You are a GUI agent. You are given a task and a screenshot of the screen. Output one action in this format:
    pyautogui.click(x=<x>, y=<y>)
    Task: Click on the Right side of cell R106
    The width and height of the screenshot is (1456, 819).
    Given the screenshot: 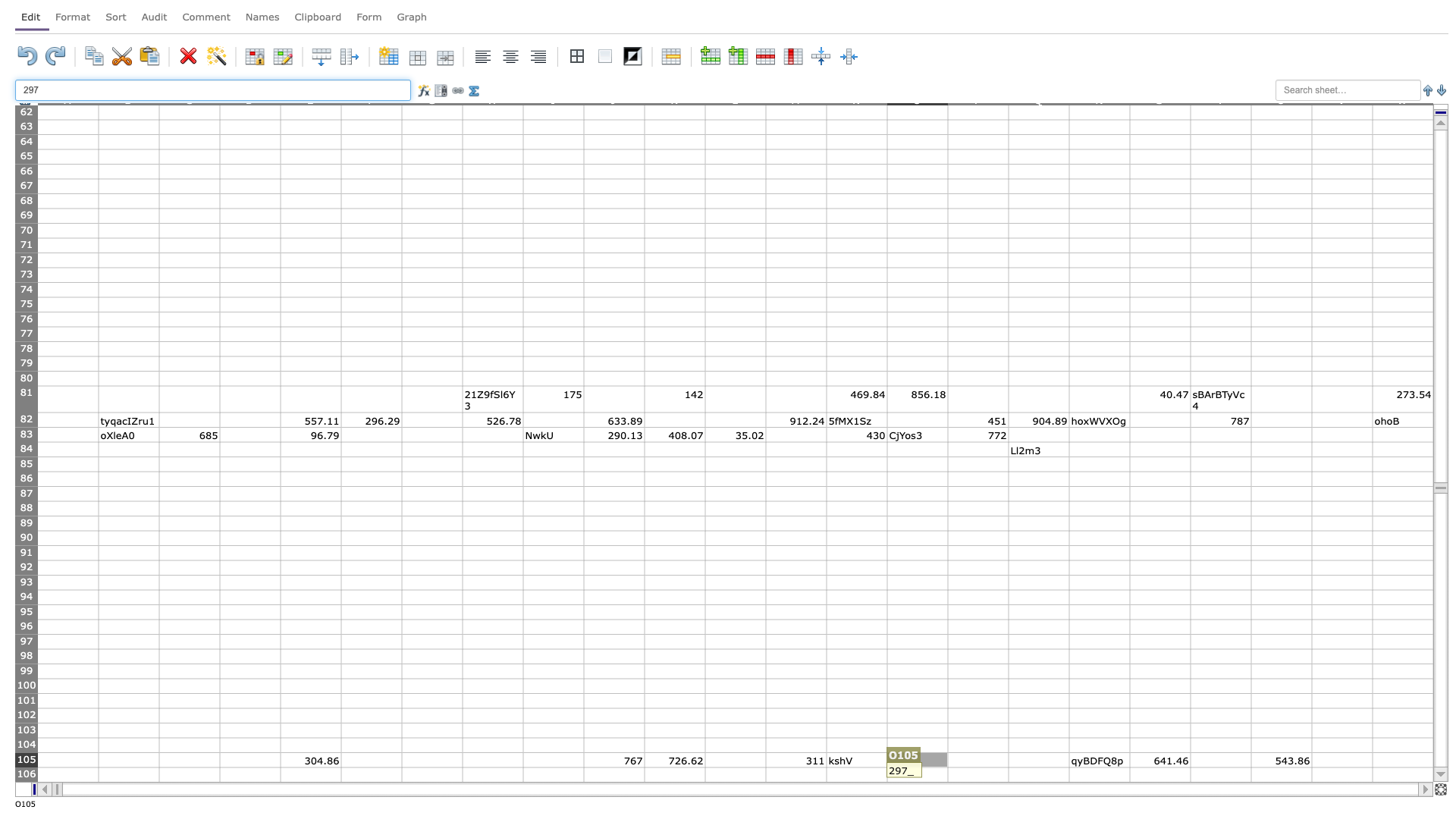 What is the action you would take?
    pyautogui.click(x=1129, y=774)
    